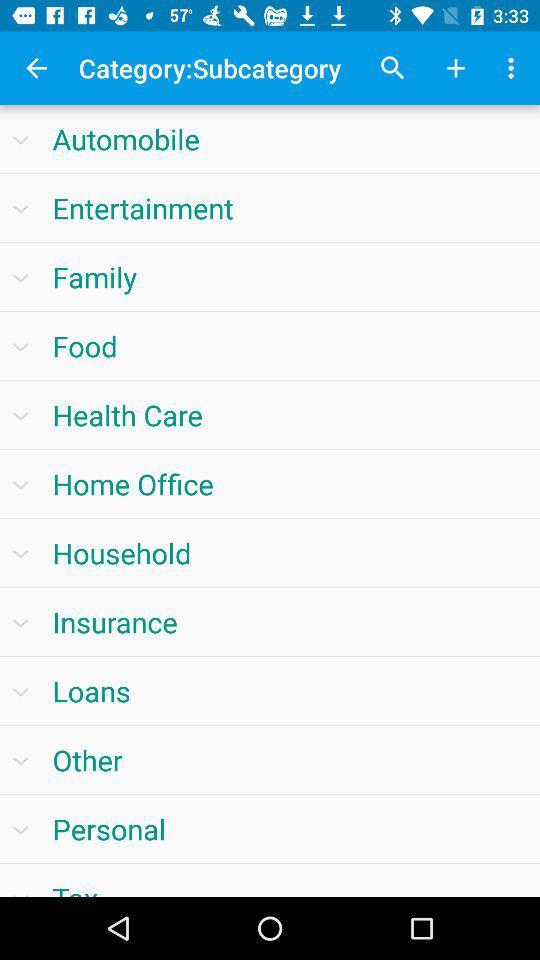  What do you see at coordinates (36, 68) in the screenshot?
I see `the app to the left of the category:subcategory app` at bounding box center [36, 68].